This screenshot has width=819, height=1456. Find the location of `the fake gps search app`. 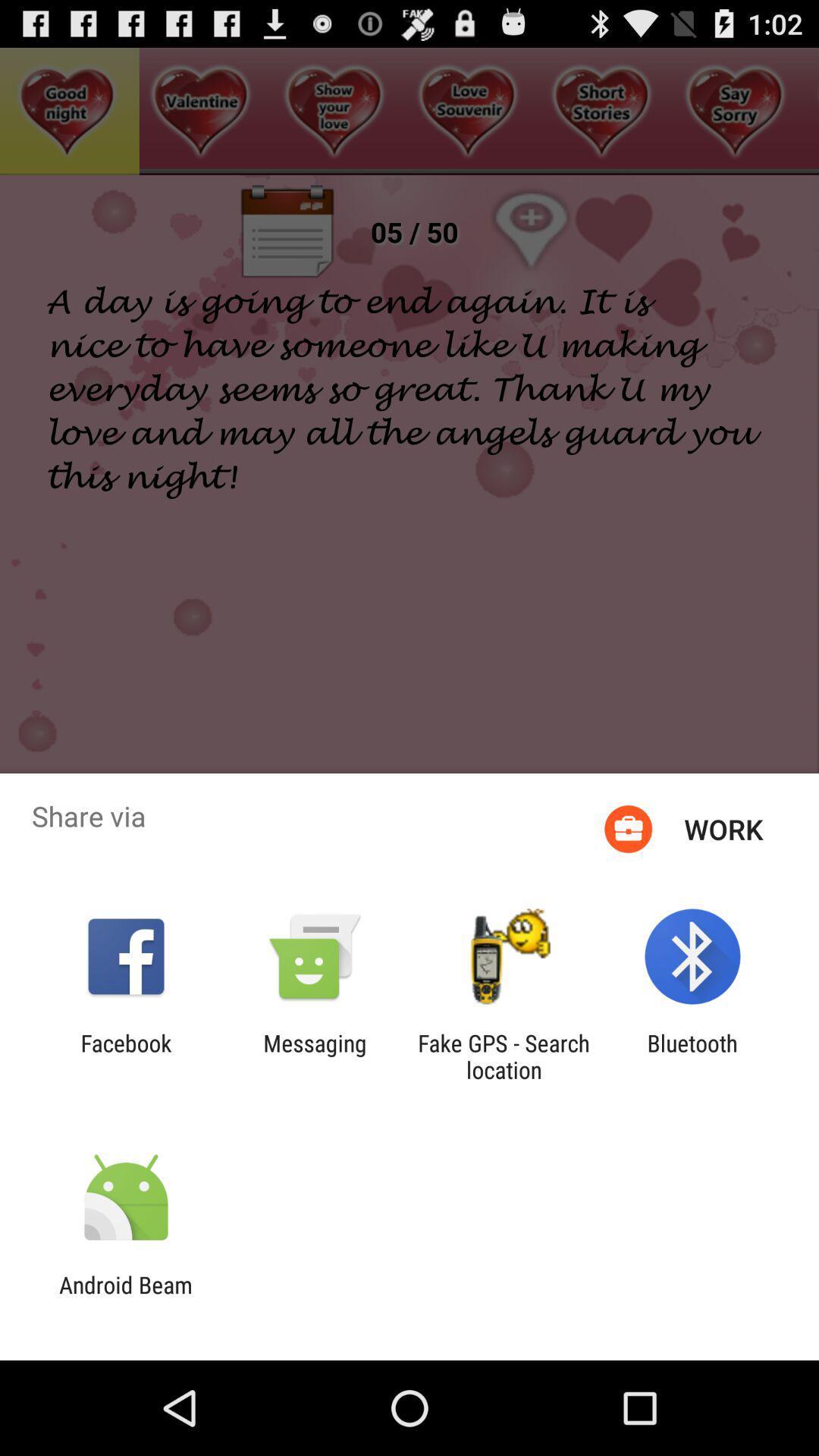

the fake gps search app is located at coordinates (504, 1056).